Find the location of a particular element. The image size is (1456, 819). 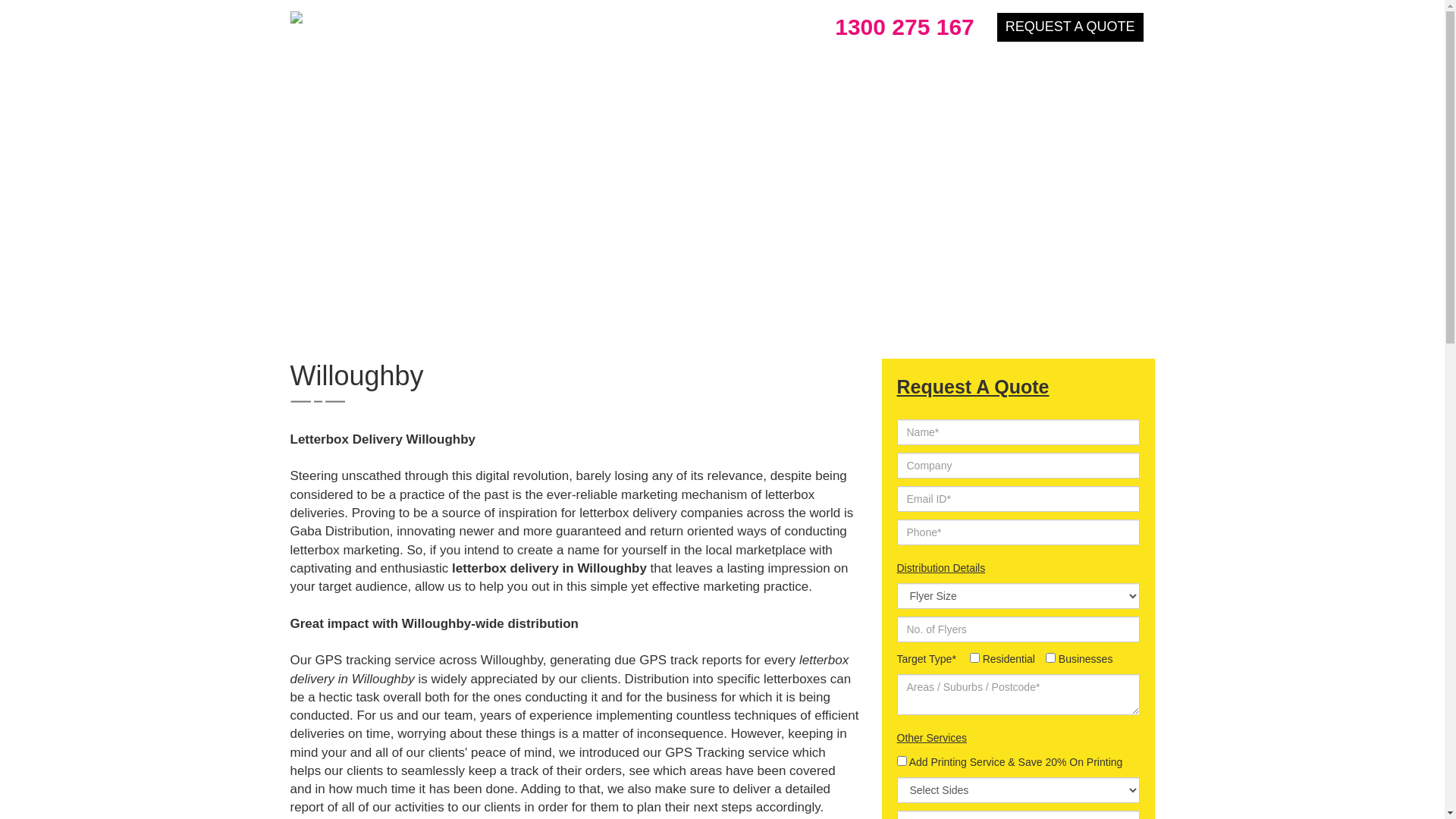

'Letterbox Delivery Sydney' is located at coordinates (389, 17).